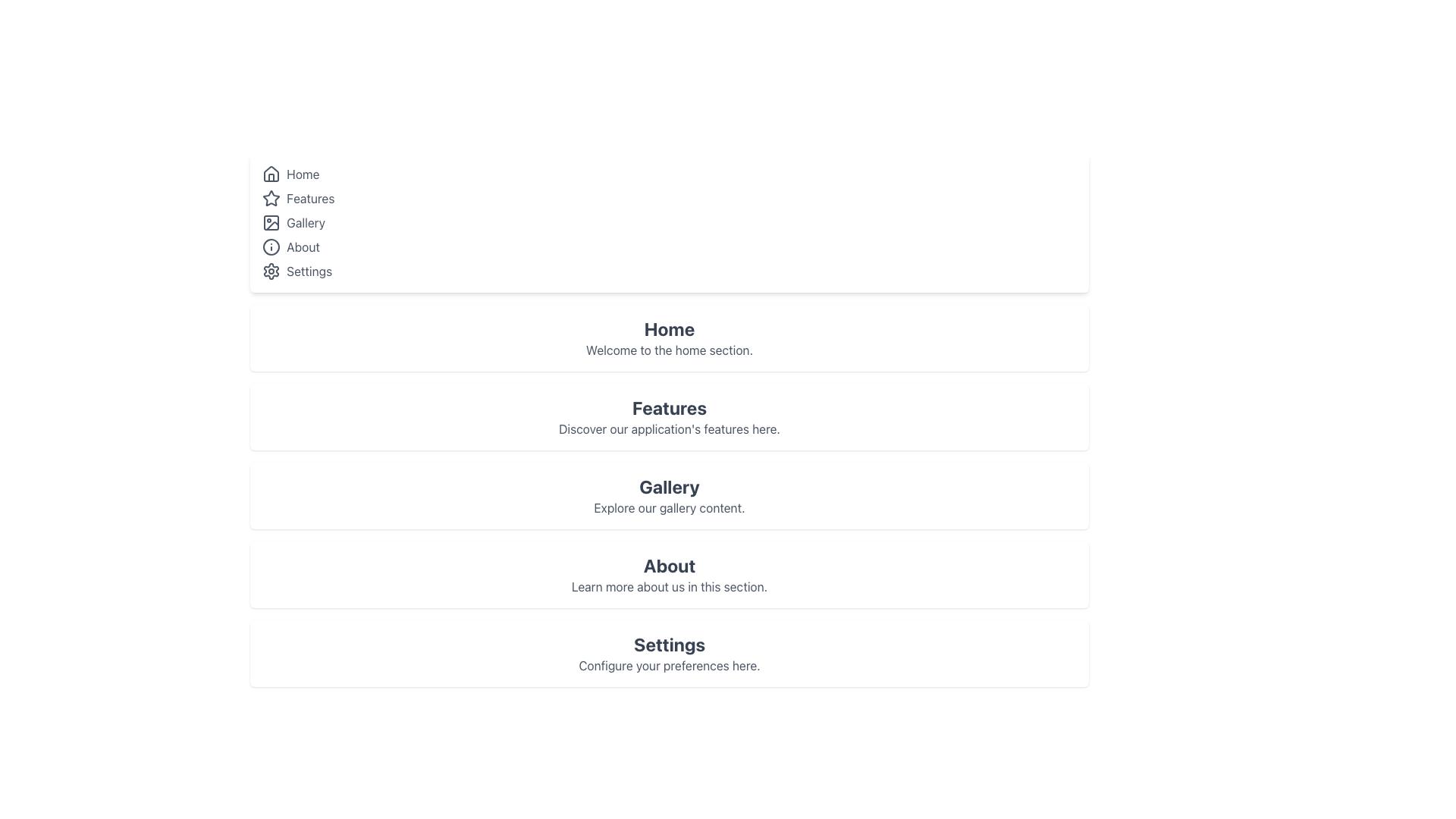  Describe the element at coordinates (271, 198) in the screenshot. I see `the 'Features' menu icon, which is positioned immediately to the left of the 'Features' text, serving as a visual indicator for the menu item` at that location.